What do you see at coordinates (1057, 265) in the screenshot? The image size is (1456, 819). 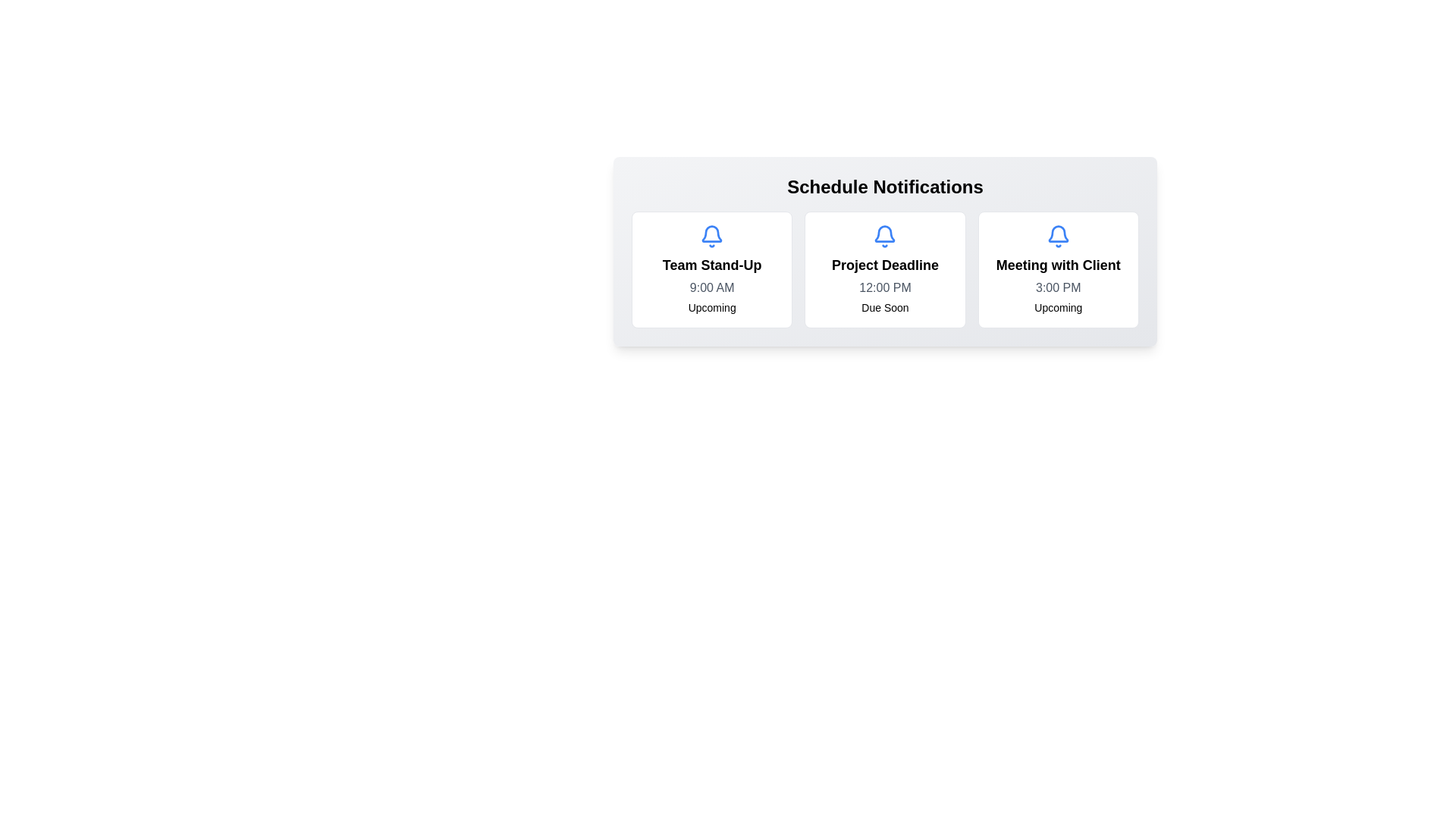 I see `the Text label that displays the title of a scheduled event within the third card under 'Schedule Notifications'` at bounding box center [1057, 265].